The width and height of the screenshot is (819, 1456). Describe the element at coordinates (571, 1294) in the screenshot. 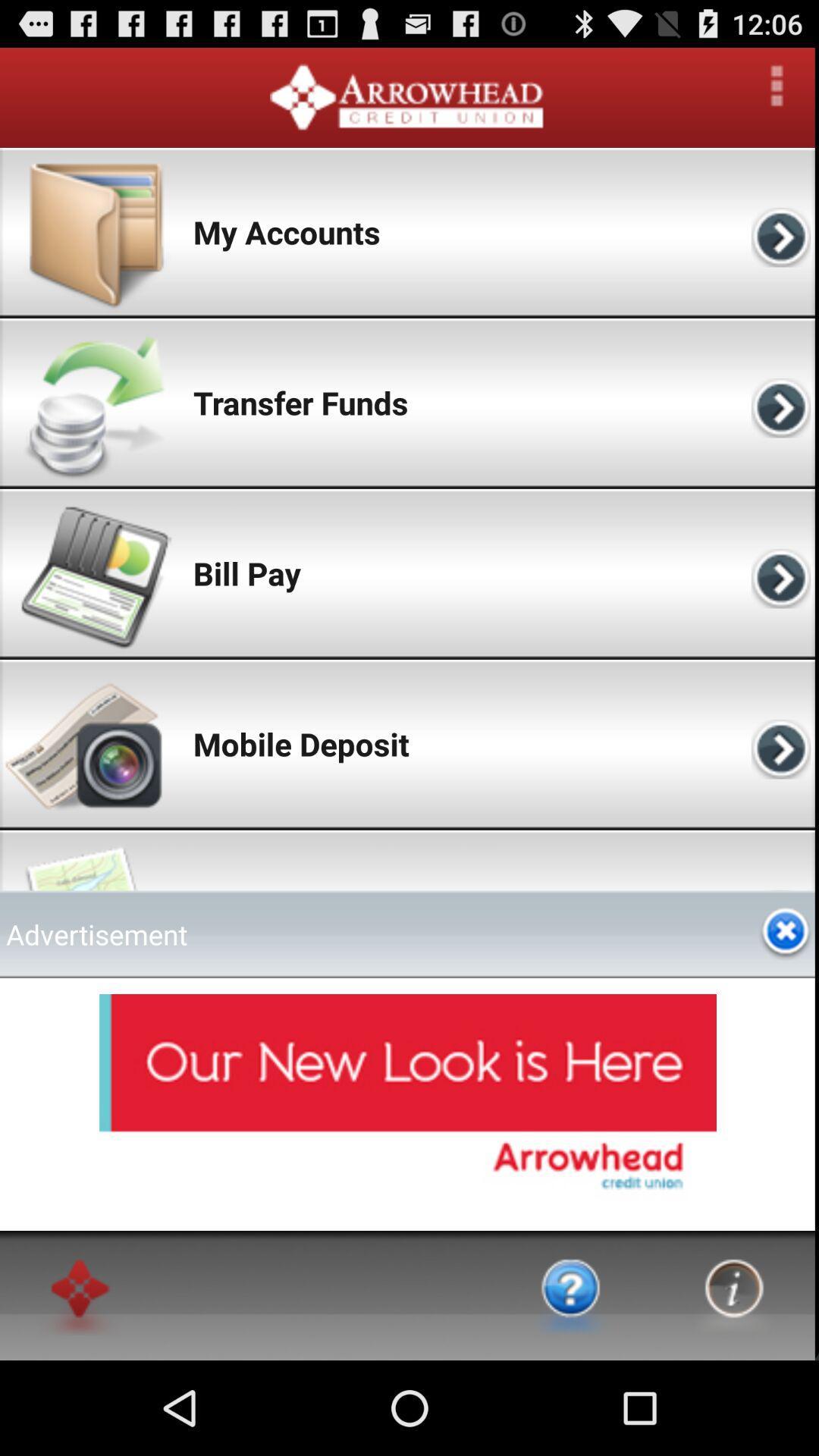

I see `earn more about the app` at that location.